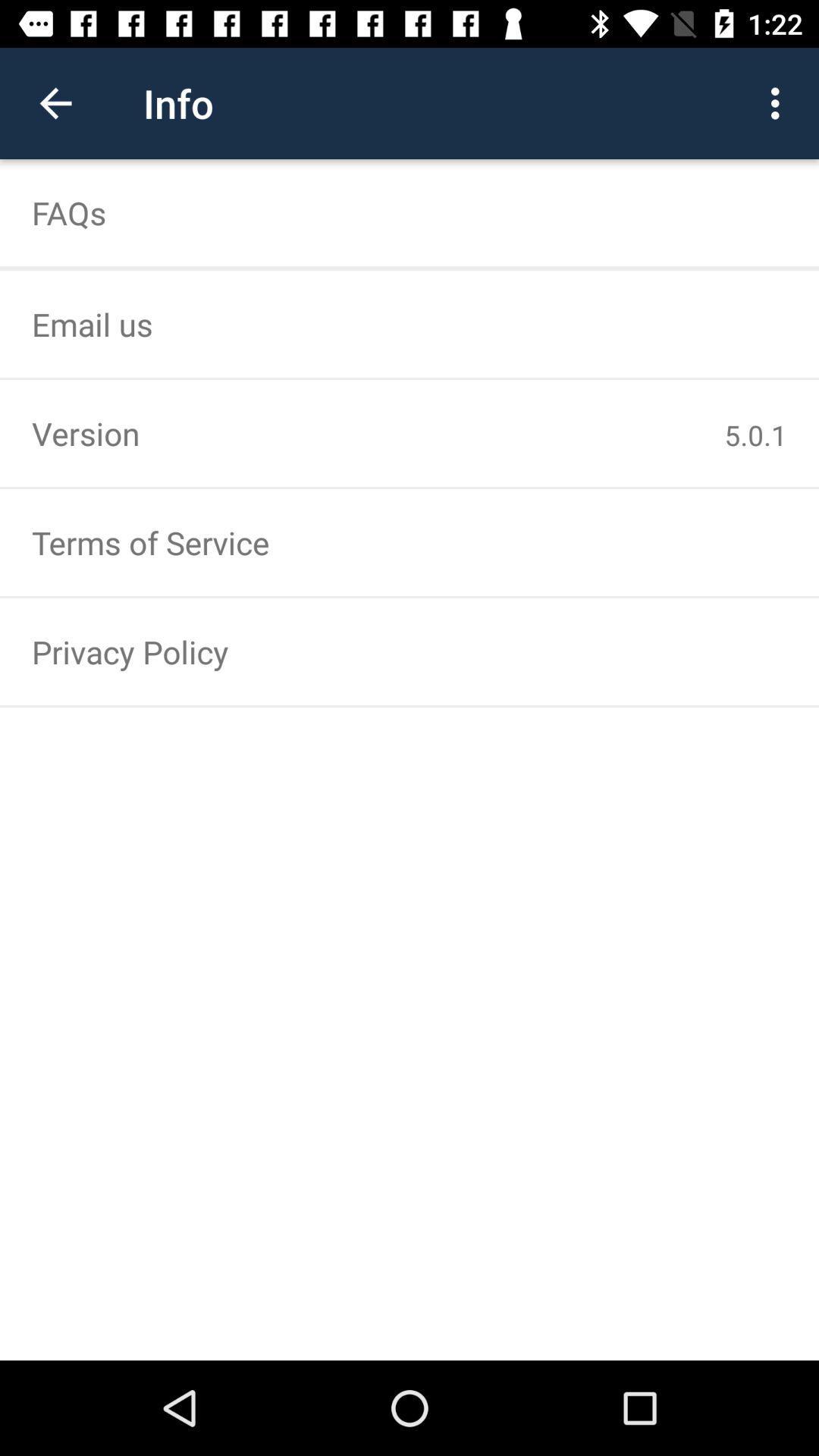 The height and width of the screenshot is (1456, 819). What do you see at coordinates (409, 212) in the screenshot?
I see `faqs item` at bounding box center [409, 212].